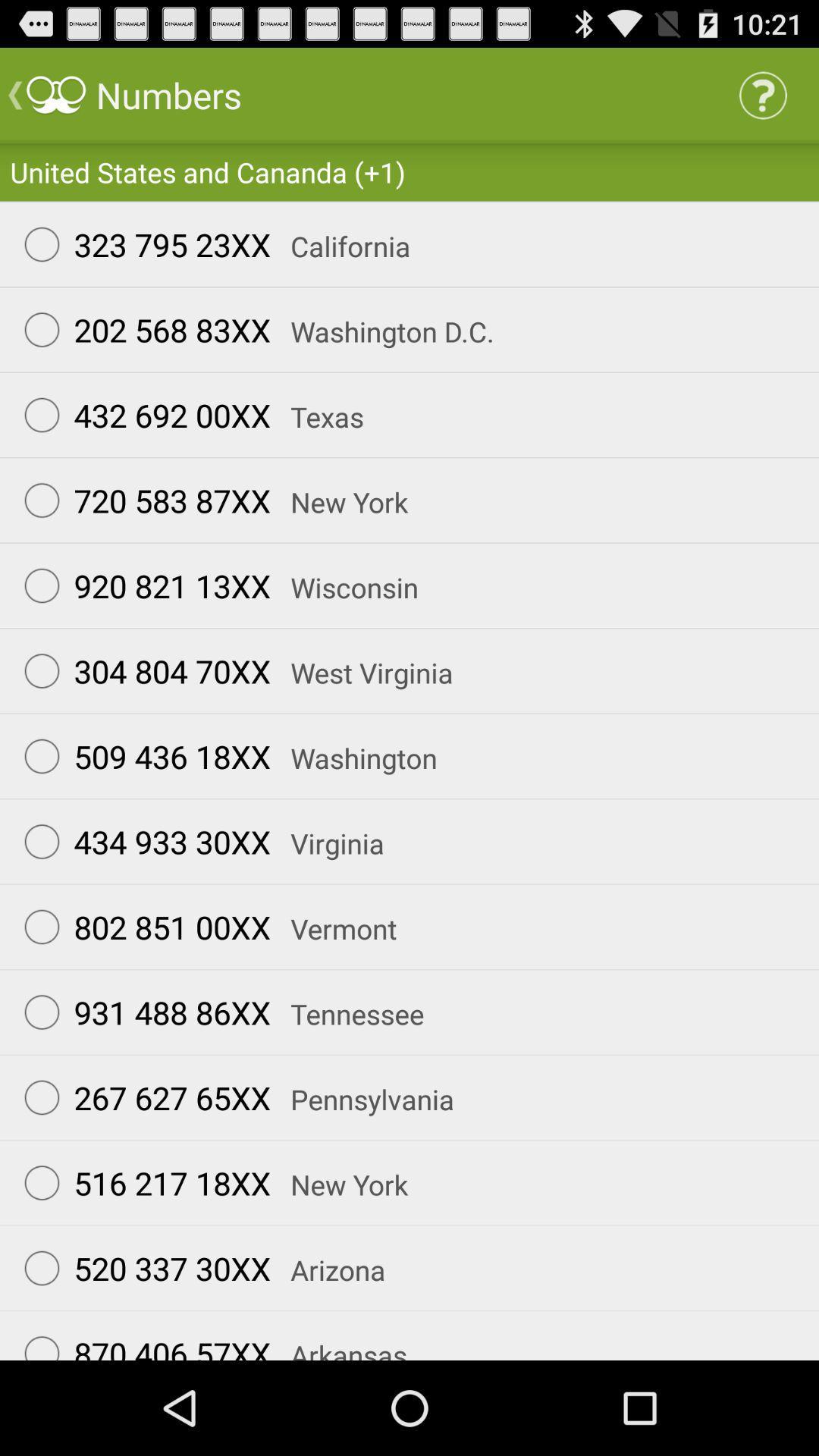 The height and width of the screenshot is (1456, 819). What do you see at coordinates (140, 1097) in the screenshot?
I see `the app next to the pennsylvania` at bounding box center [140, 1097].